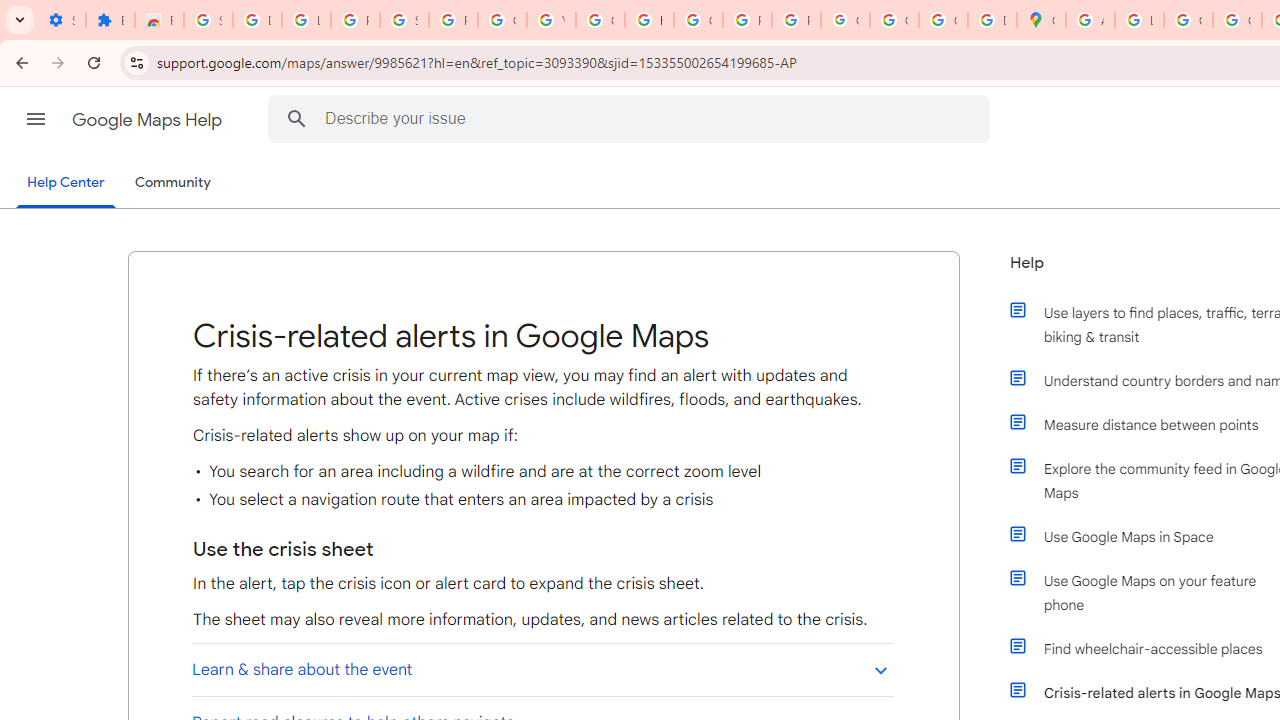 The width and height of the screenshot is (1280, 720). I want to click on 'Reviews: Helix Fruit Jump Arcade Game', so click(158, 20).